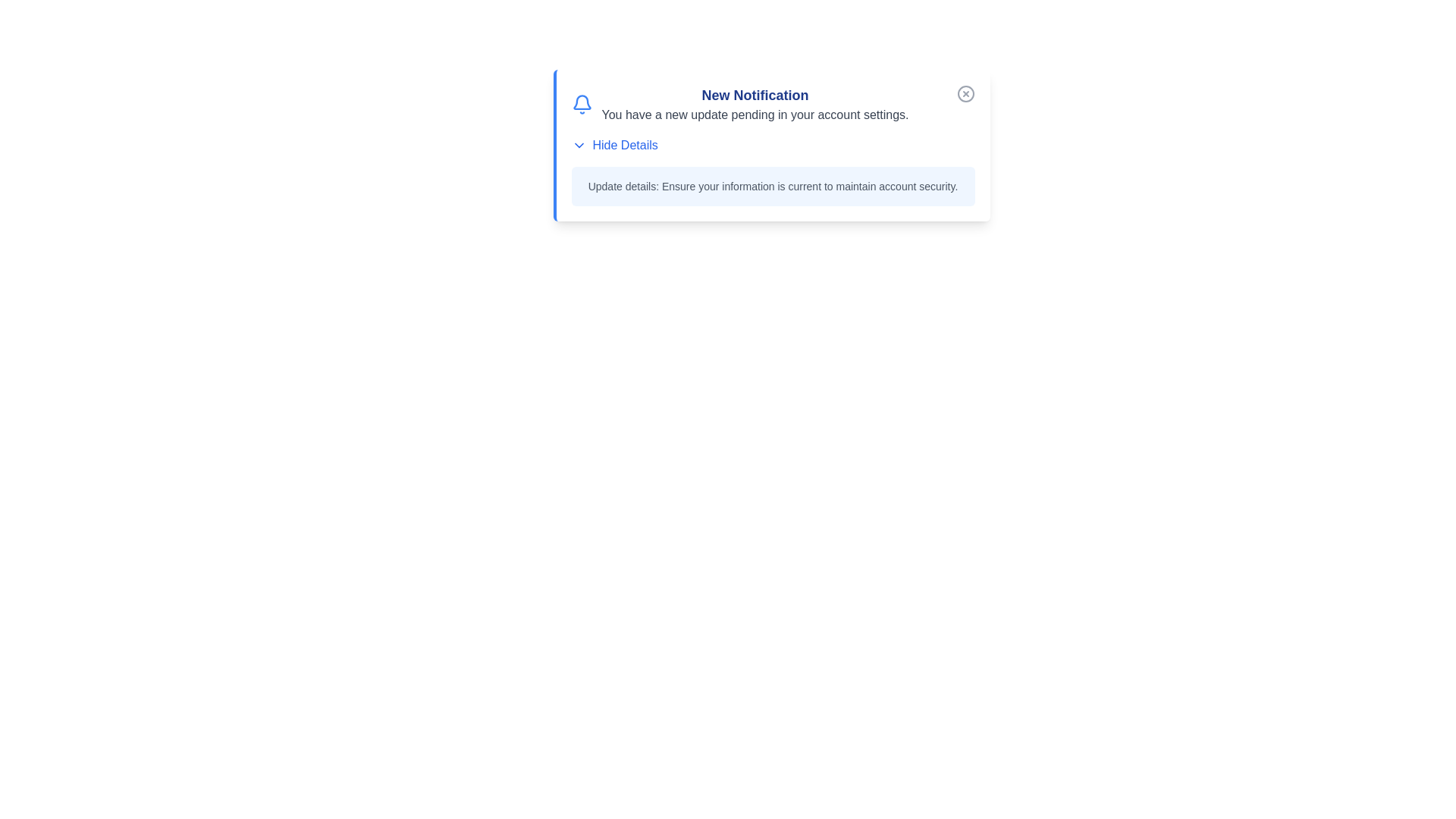 The height and width of the screenshot is (819, 1456). Describe the element at coordinates (755, 104) in the screenshot. I see `the text block notifying the user about pending updates in their account settings for additional information, if interactive tooltips are present` at that location.